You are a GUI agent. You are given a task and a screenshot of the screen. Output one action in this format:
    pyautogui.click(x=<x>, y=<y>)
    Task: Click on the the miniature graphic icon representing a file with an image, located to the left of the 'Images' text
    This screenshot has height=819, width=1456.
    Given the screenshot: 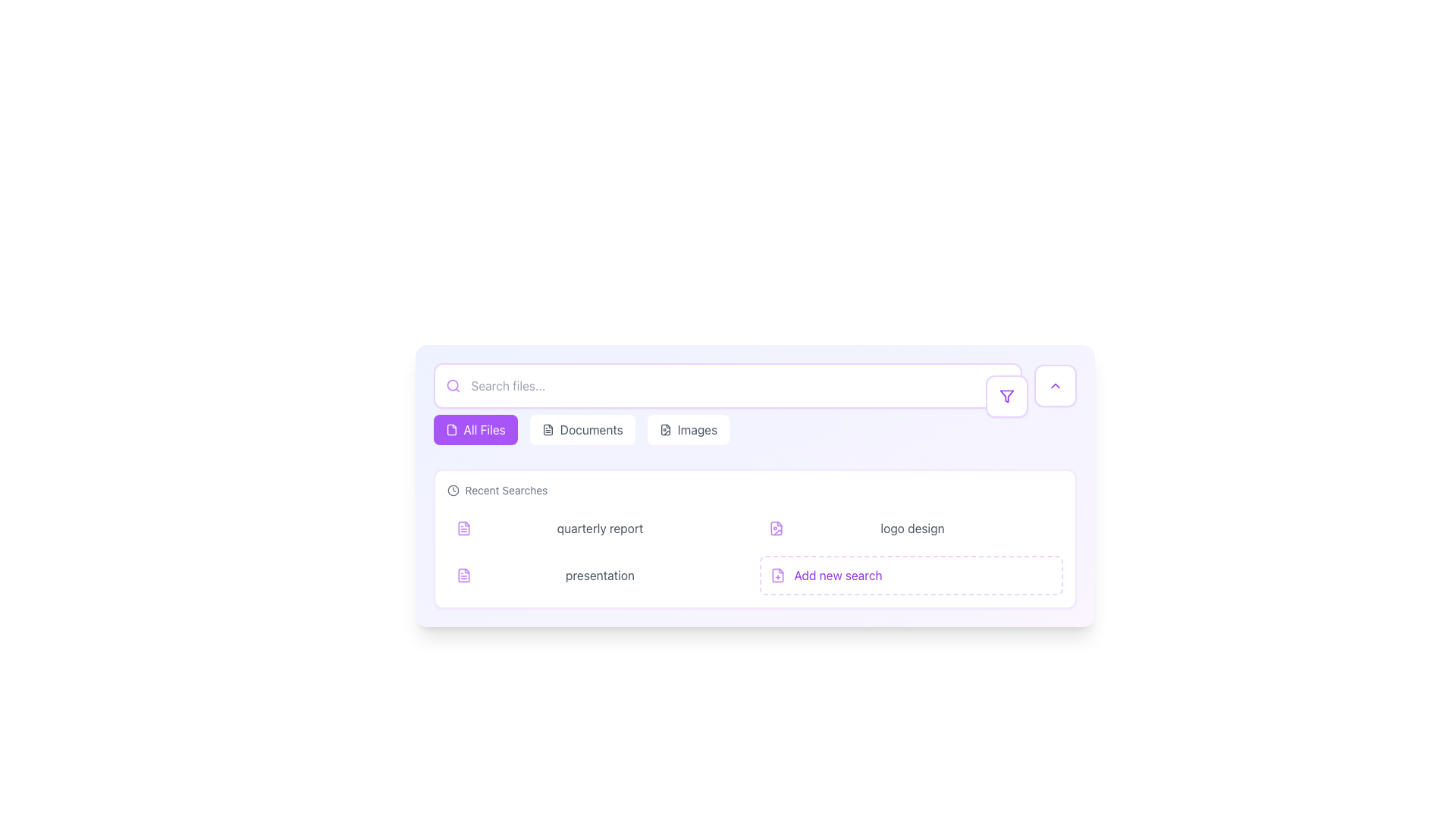 What is the action you would take?
    pyautogui.click(x=665, y=430)
    